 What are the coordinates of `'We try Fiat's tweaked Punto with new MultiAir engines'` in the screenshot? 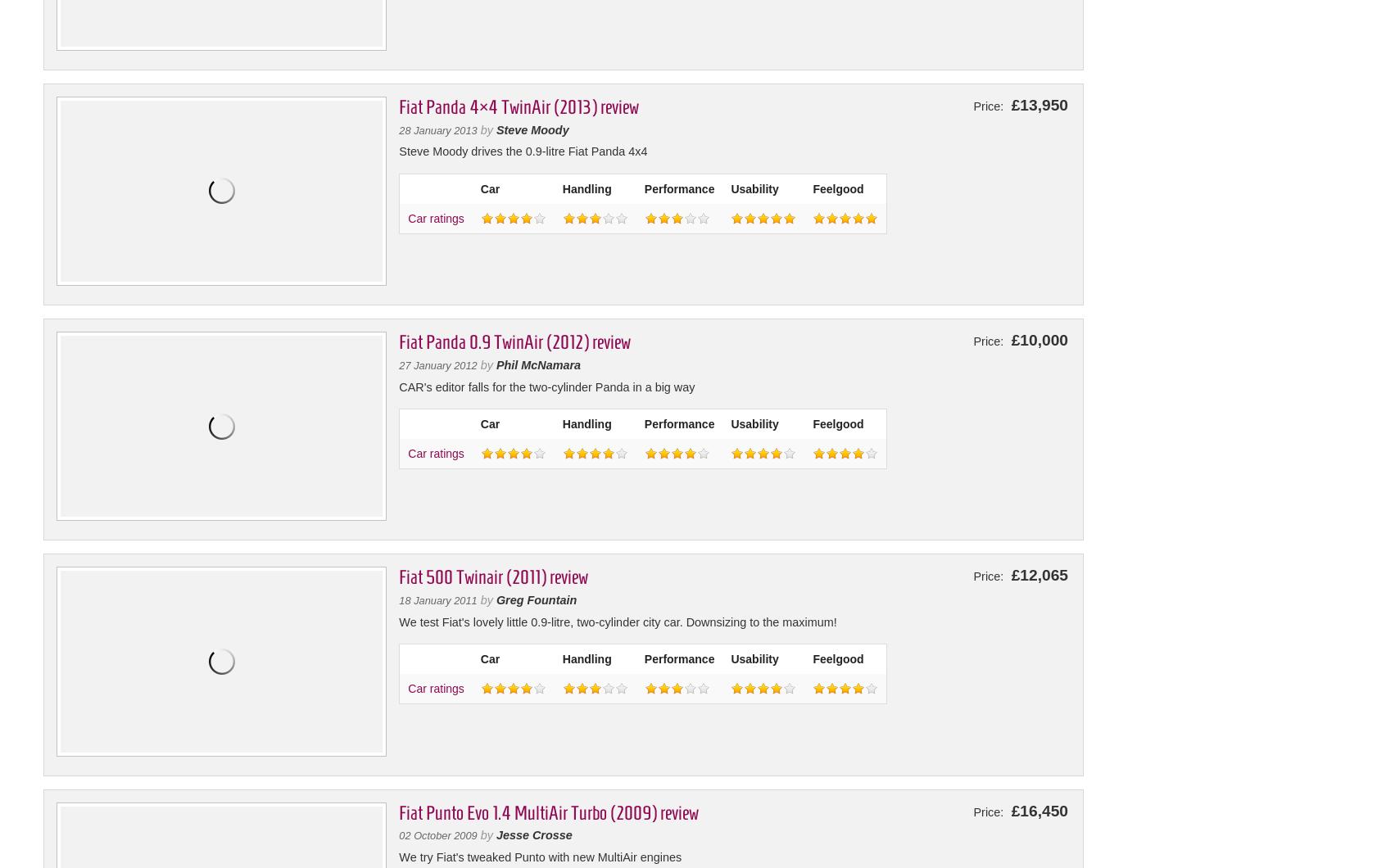 It's located at (397, 856).